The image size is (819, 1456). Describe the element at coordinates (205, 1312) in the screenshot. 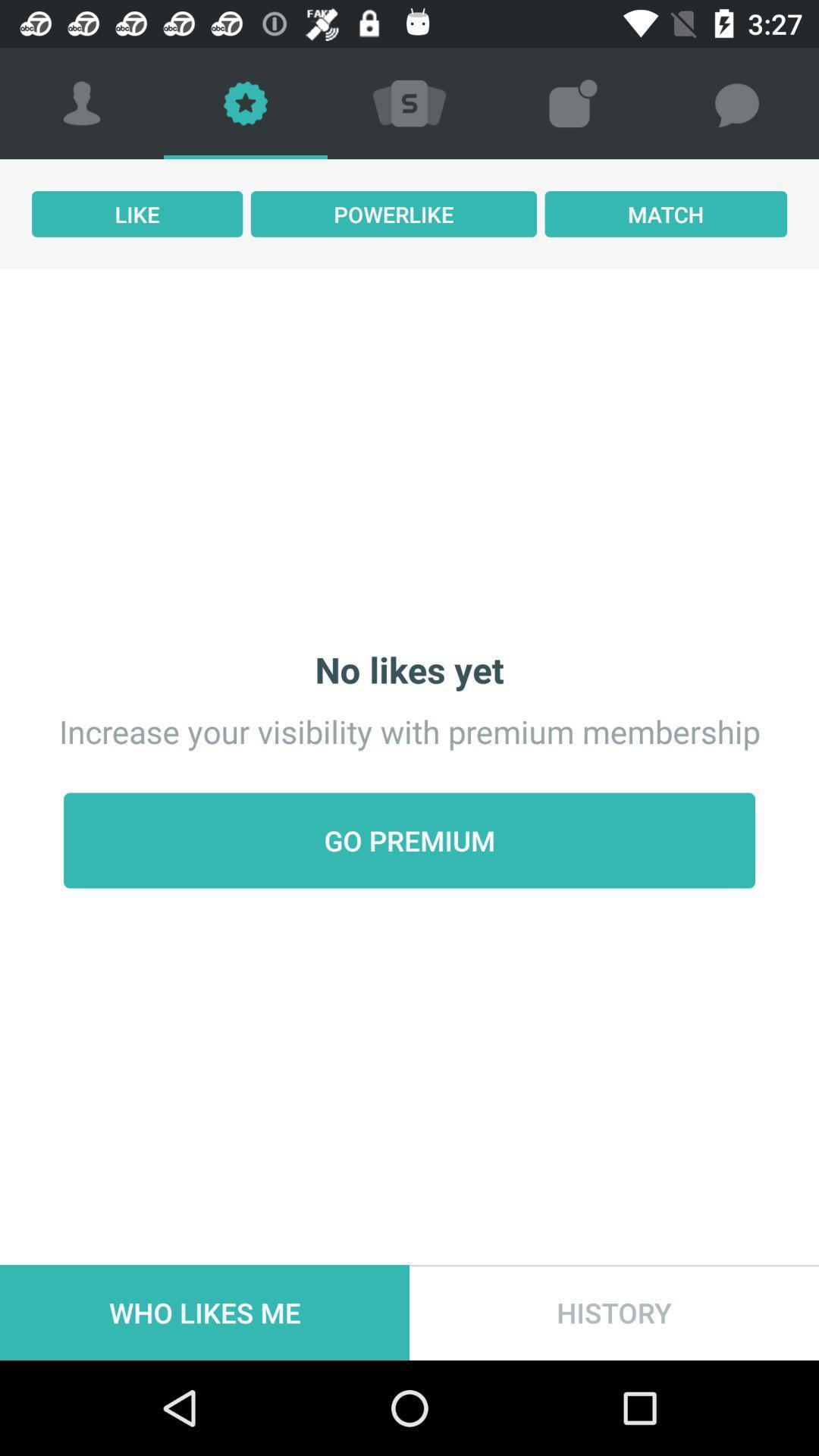

I see `item at the bottom left corner` at that location.